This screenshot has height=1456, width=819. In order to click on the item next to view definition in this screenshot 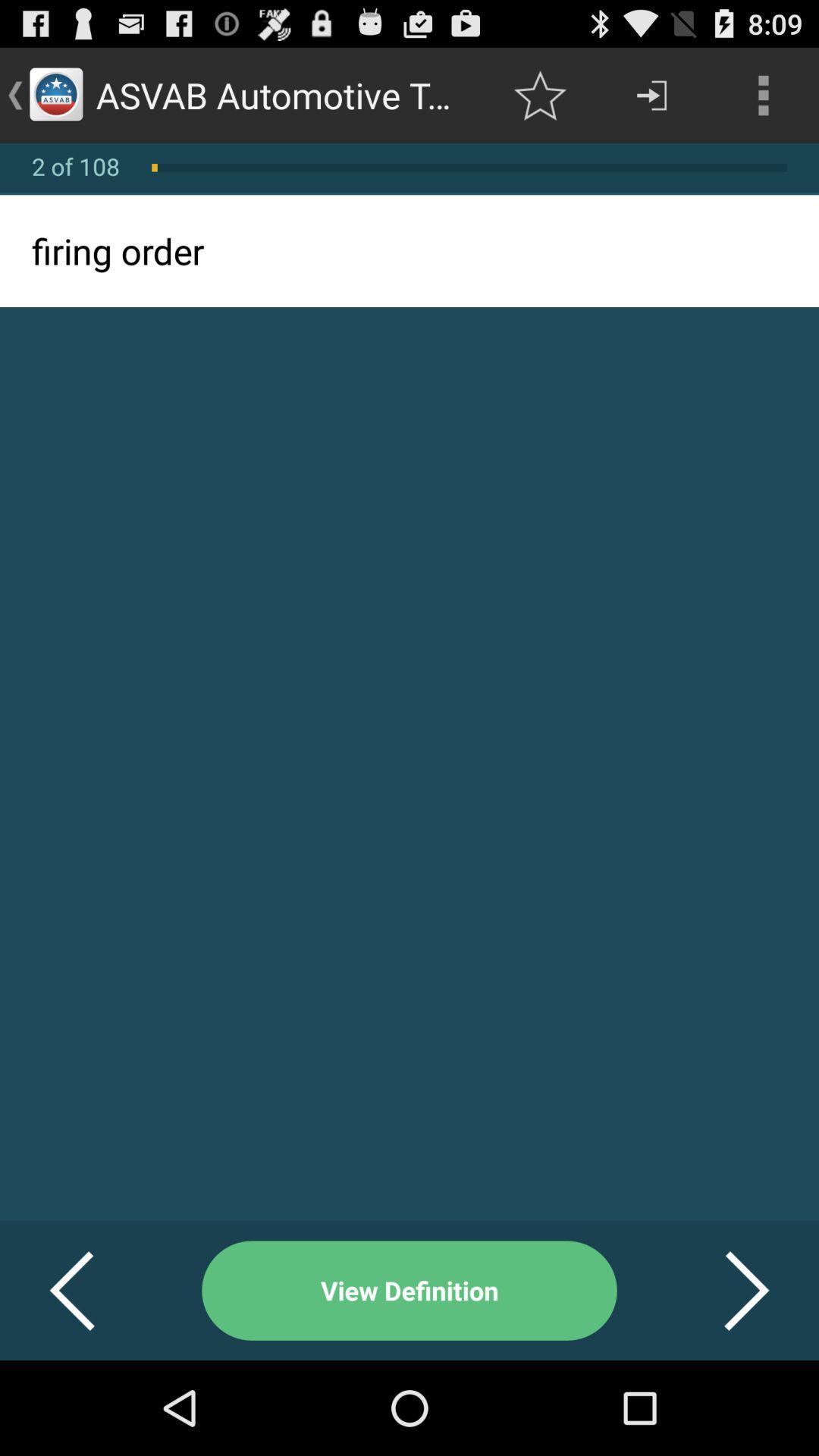, I will do `click(90, 1290)`.